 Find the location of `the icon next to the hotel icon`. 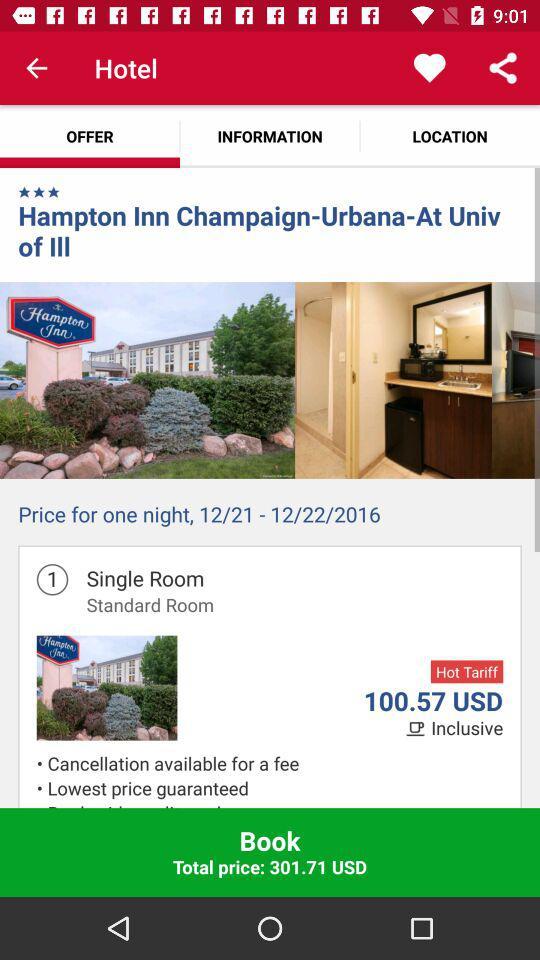

the icon next to the hotel icon is located at coordinates (36, 68).